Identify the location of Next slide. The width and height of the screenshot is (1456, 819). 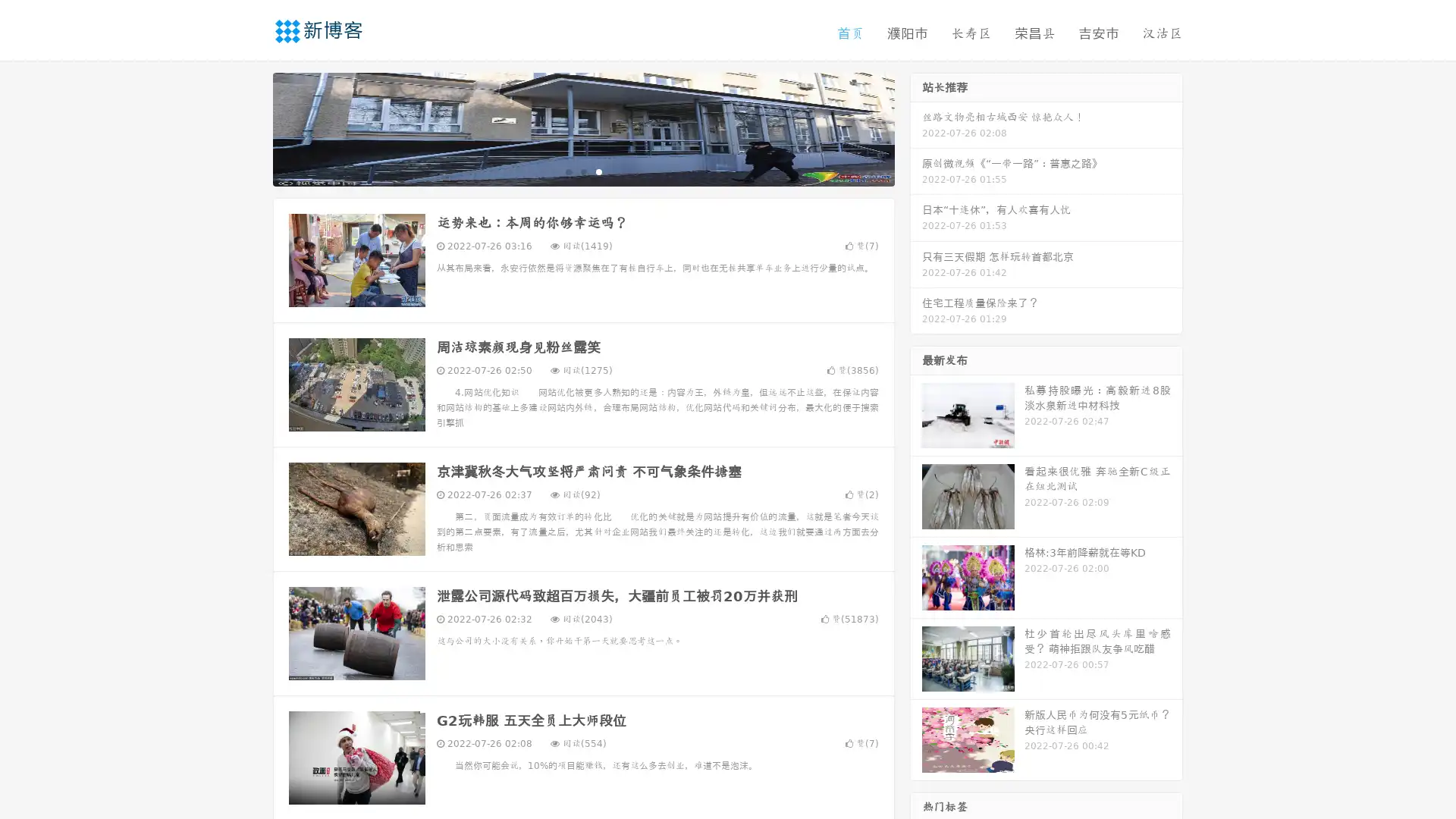
(916, 127).